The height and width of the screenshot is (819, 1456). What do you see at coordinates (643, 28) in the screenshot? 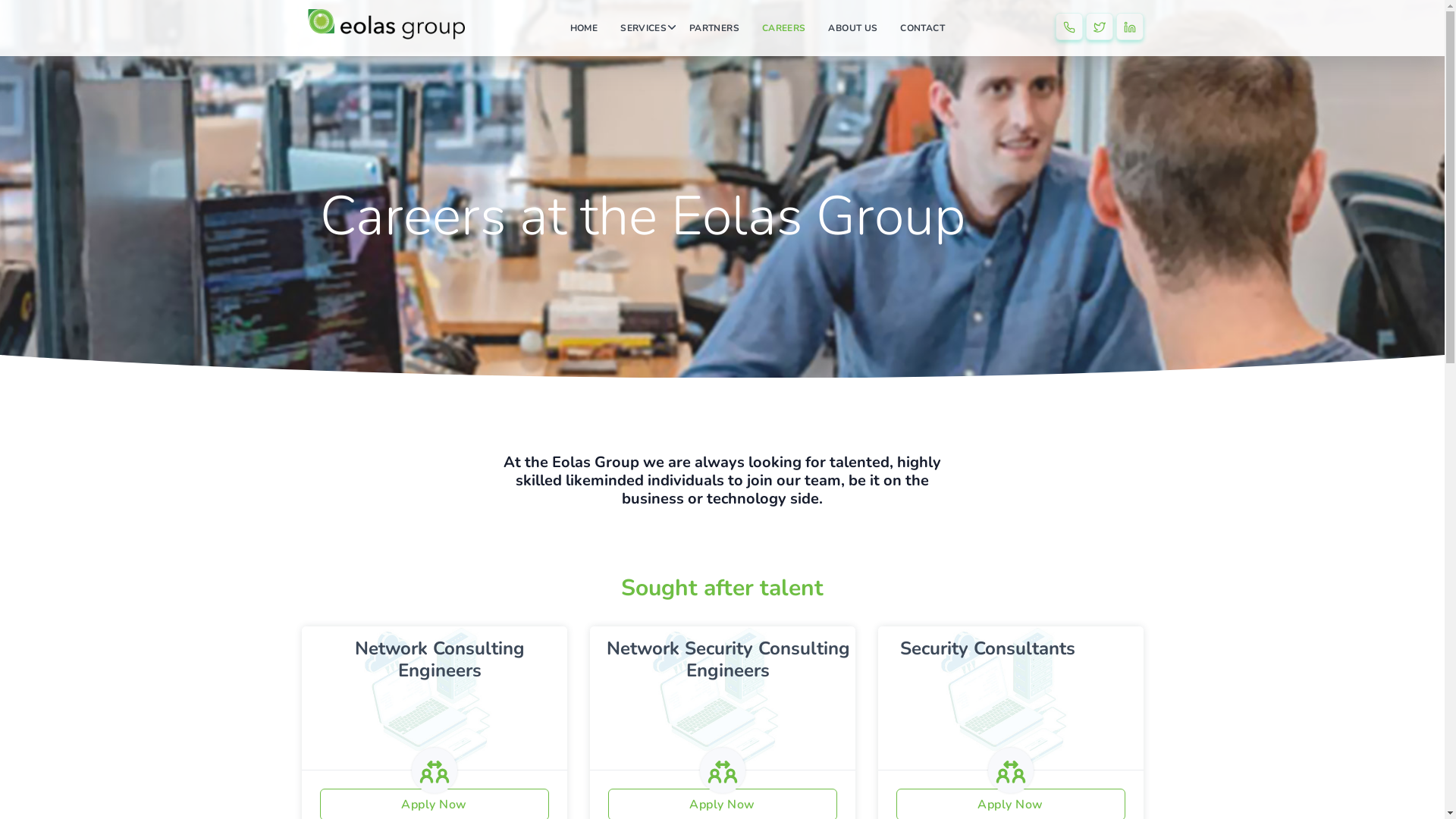
I see `'SERVICES'` at bounding box center [643, 28].